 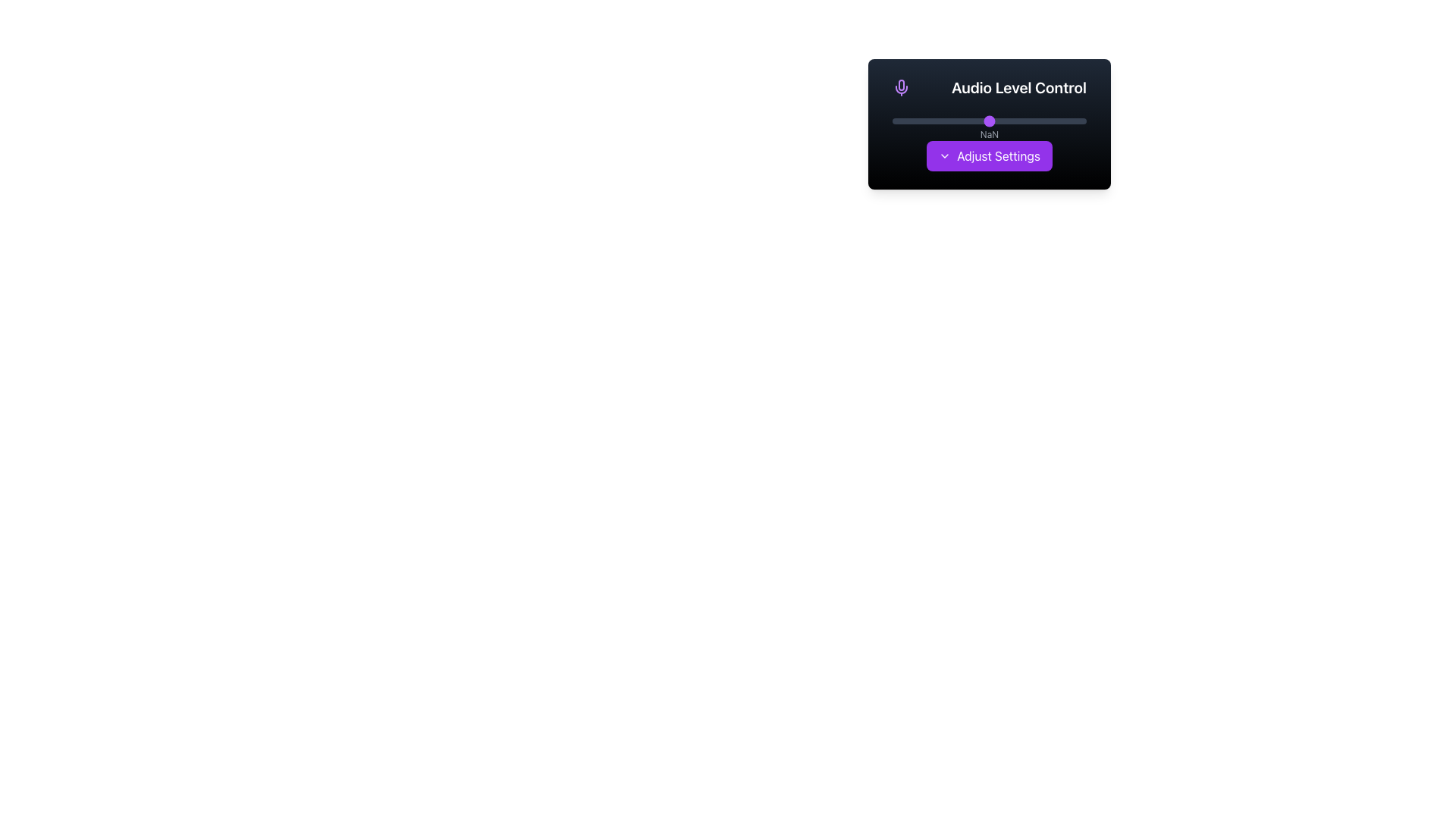 What do you see at coordinates (898, 120) in the screenshot?
I see `the slider value` at bounding box center [898, 120].